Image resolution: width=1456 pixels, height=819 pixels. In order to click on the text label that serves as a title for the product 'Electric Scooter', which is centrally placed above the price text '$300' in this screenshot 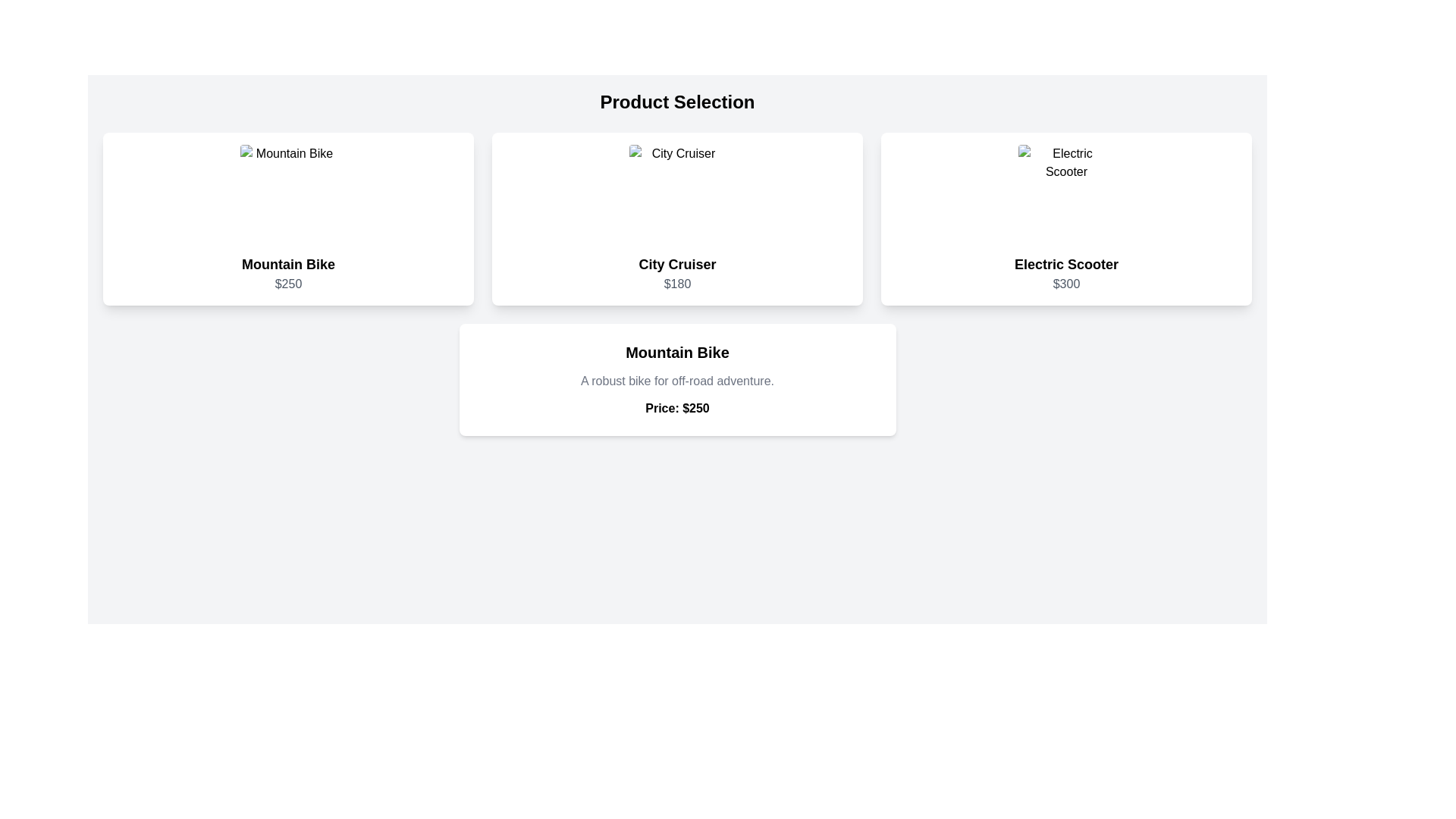, I will do `click(1065, 263)`.